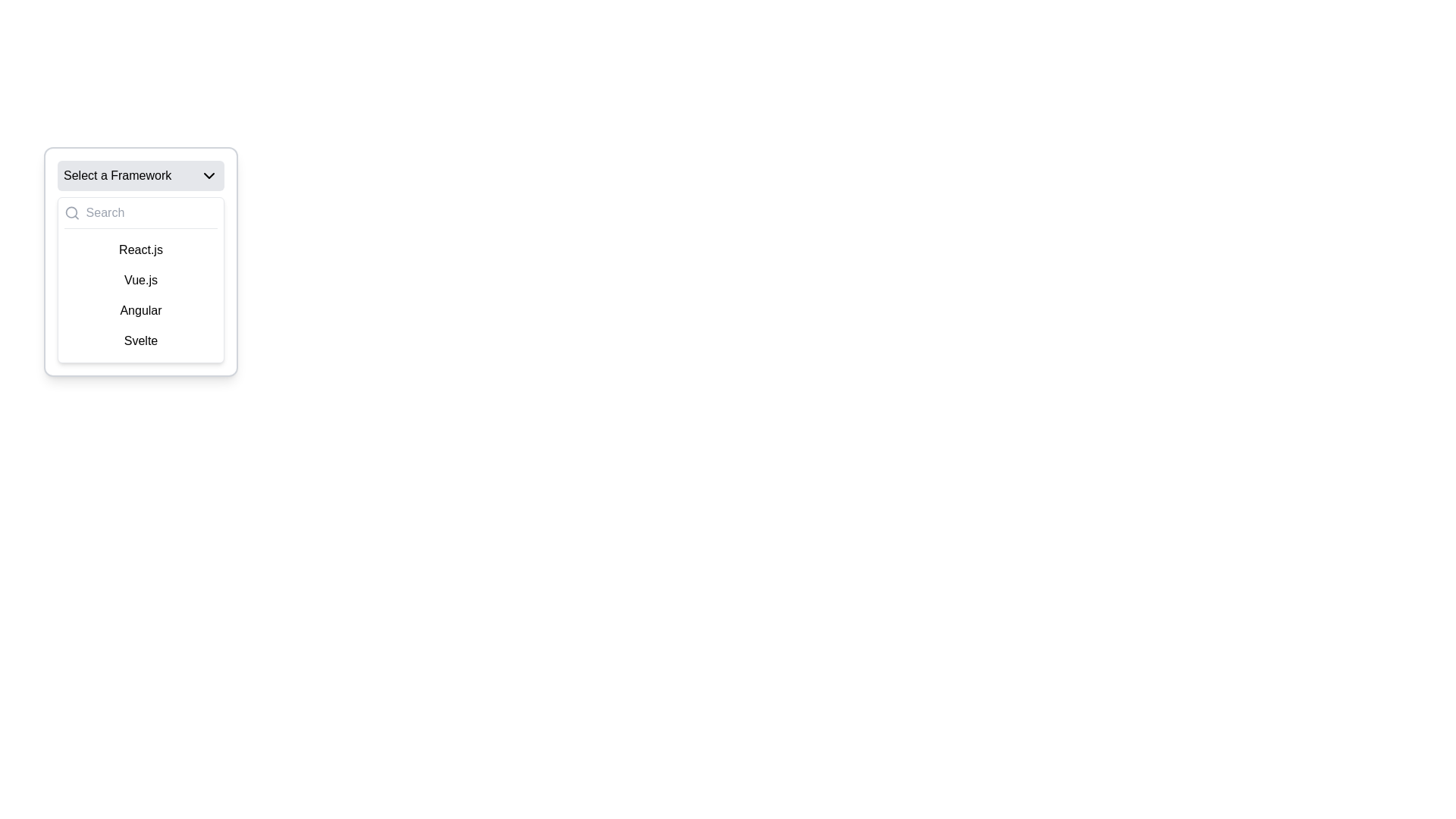 Image resolution: width=1456 pixels, height=819 pixels. I want to click on the dropdown list item labeled 'Vue.js', so click(141, 281).